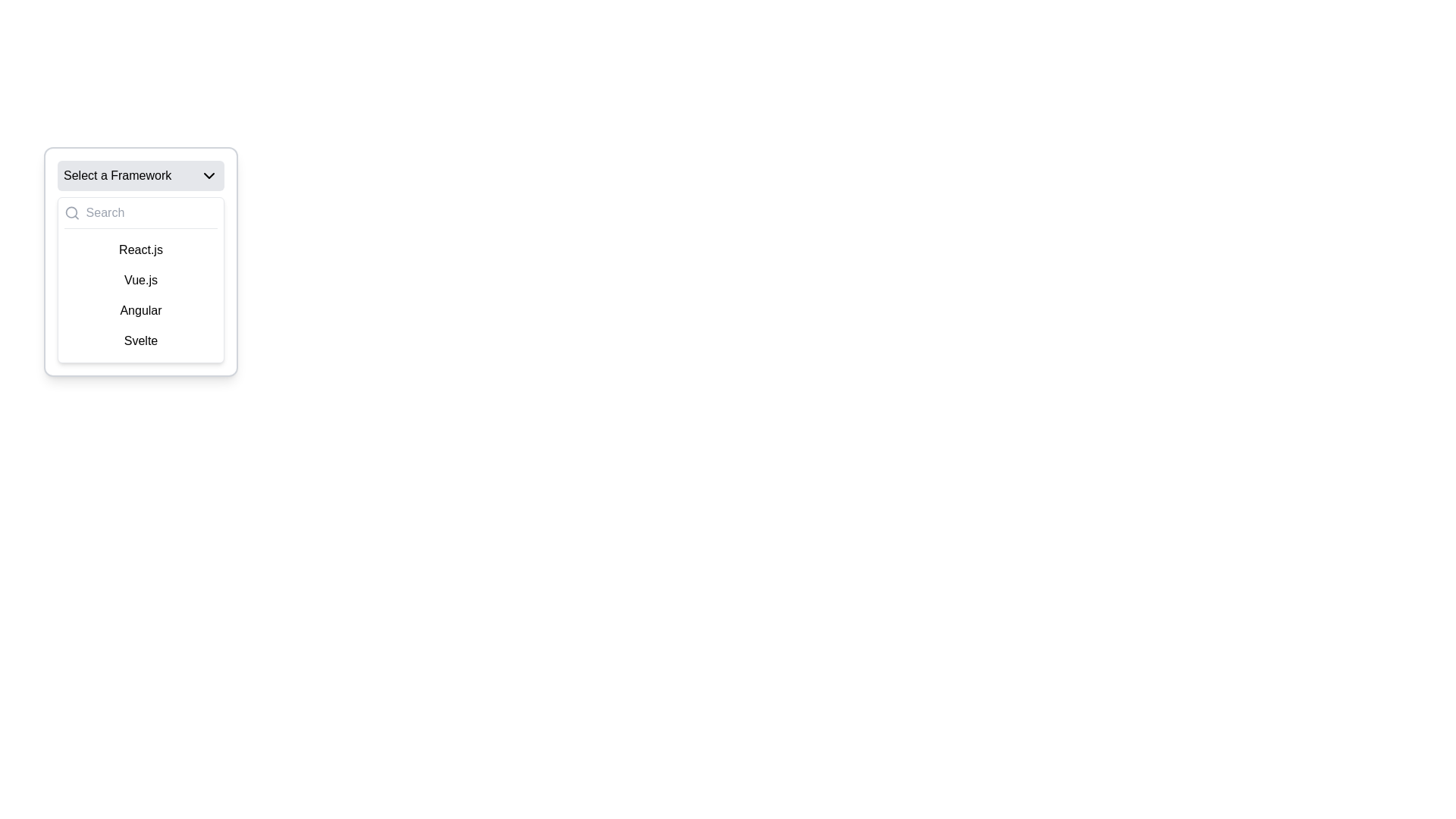 Image resolution: width=1456 pixels, height=819 pixels. I want to click on the dropdown list item labeled 'Vue.js', so click(141, 281).